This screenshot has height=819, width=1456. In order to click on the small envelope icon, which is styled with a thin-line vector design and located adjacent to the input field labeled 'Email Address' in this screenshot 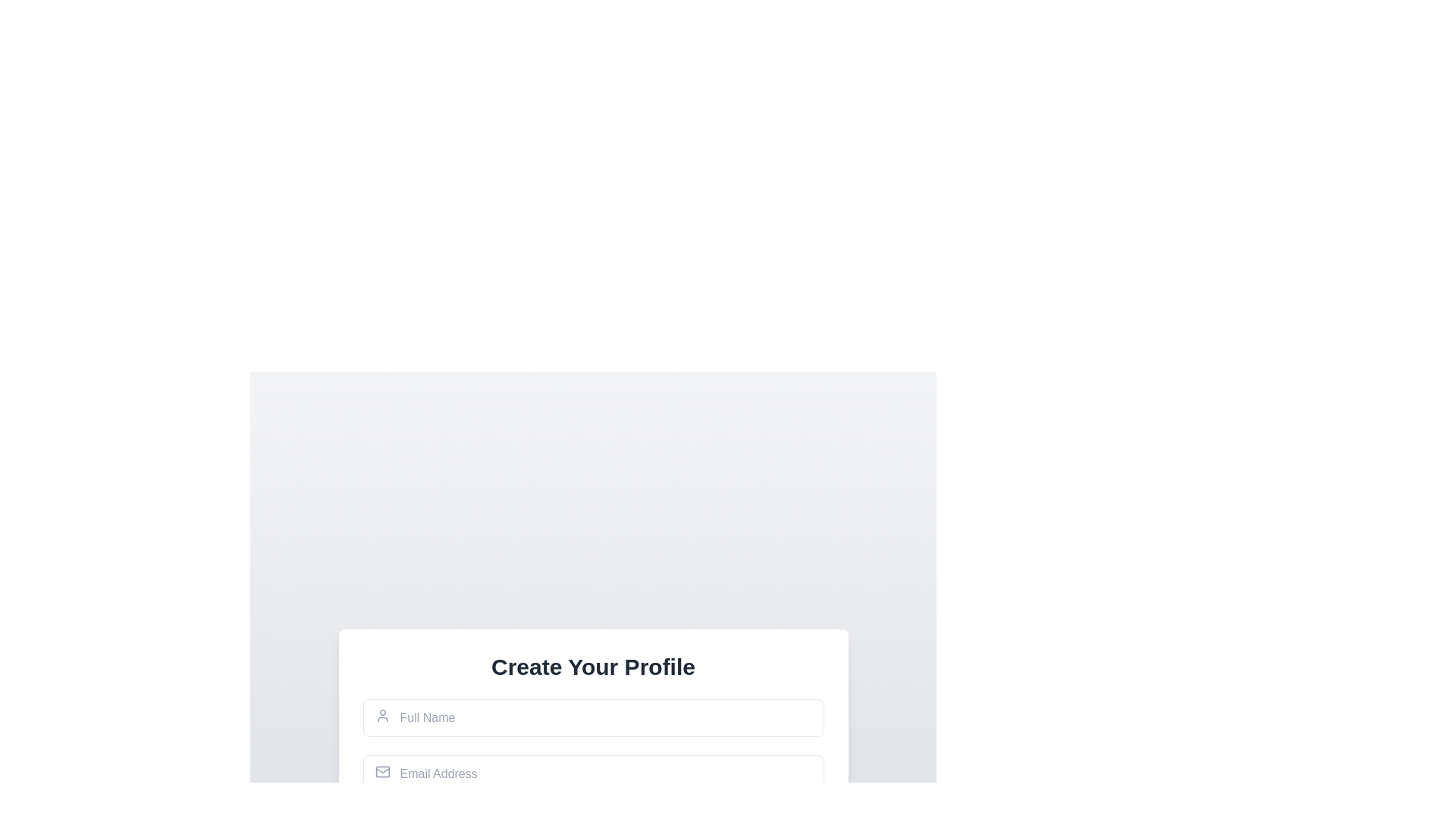, I will do `click(382, 772)`.